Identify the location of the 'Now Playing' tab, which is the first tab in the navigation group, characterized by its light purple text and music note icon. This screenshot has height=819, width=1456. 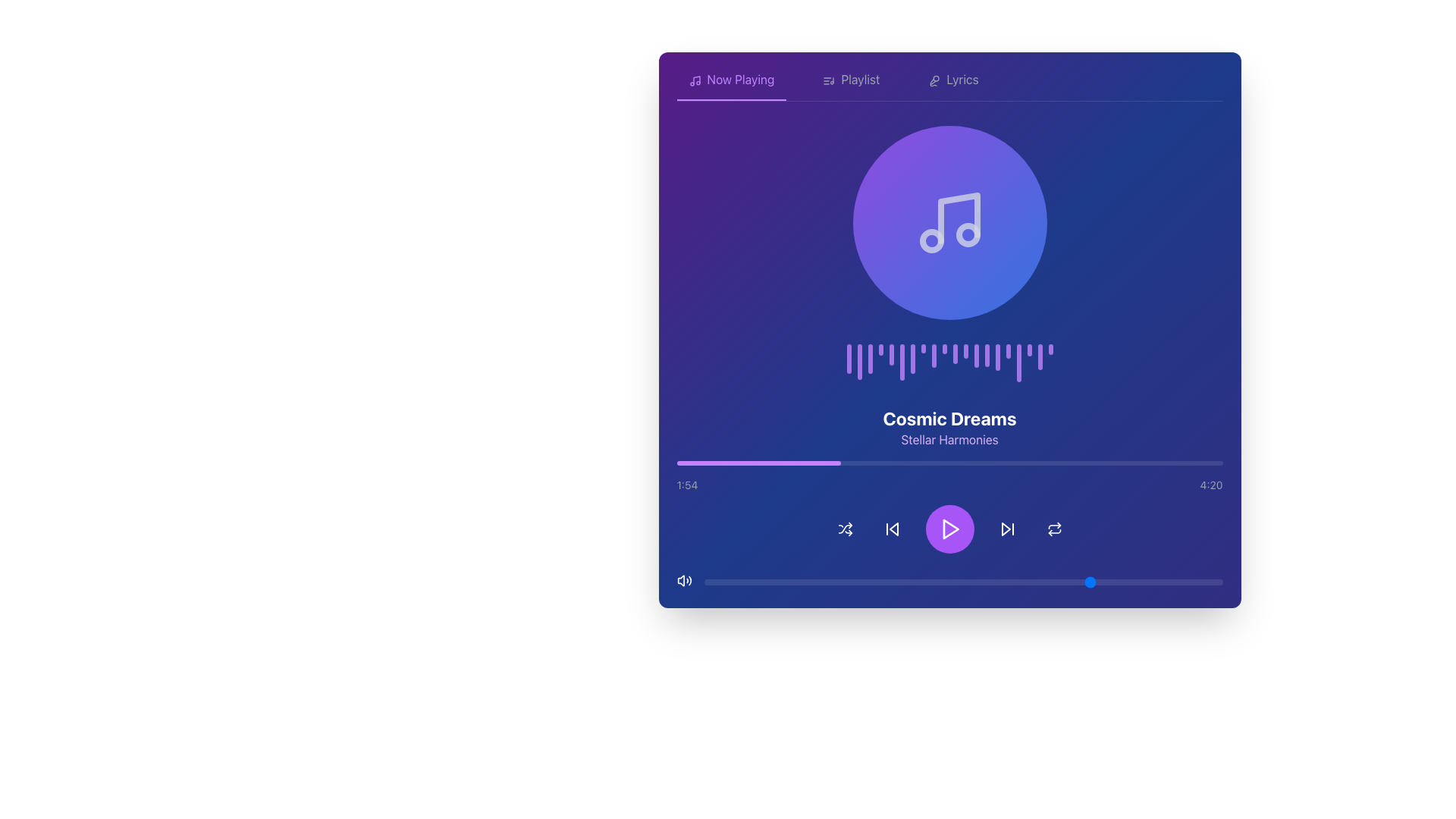
(731, 85).